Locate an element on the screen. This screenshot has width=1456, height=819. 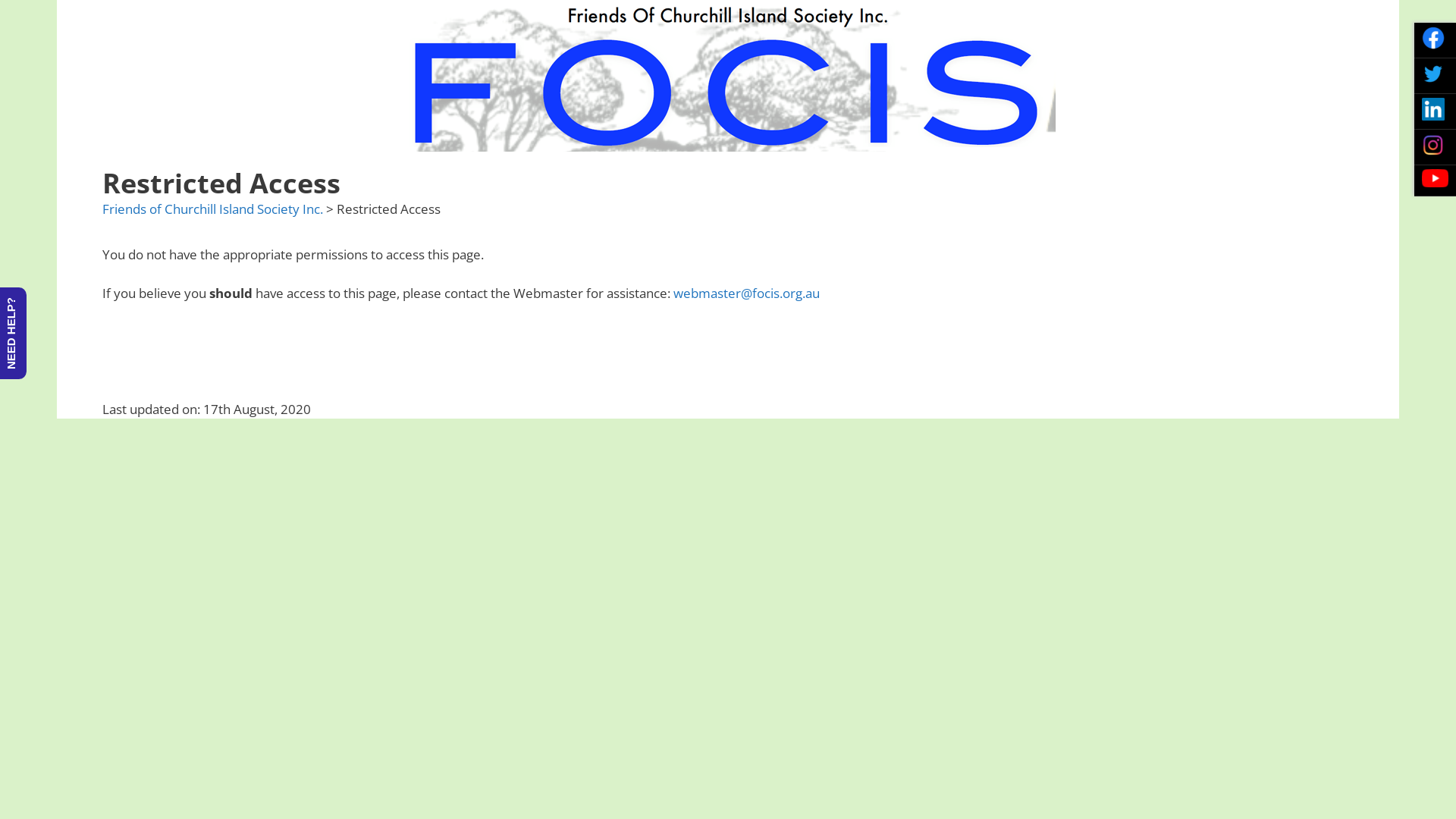
'Instragram' is located at coordinates (1432, 145).